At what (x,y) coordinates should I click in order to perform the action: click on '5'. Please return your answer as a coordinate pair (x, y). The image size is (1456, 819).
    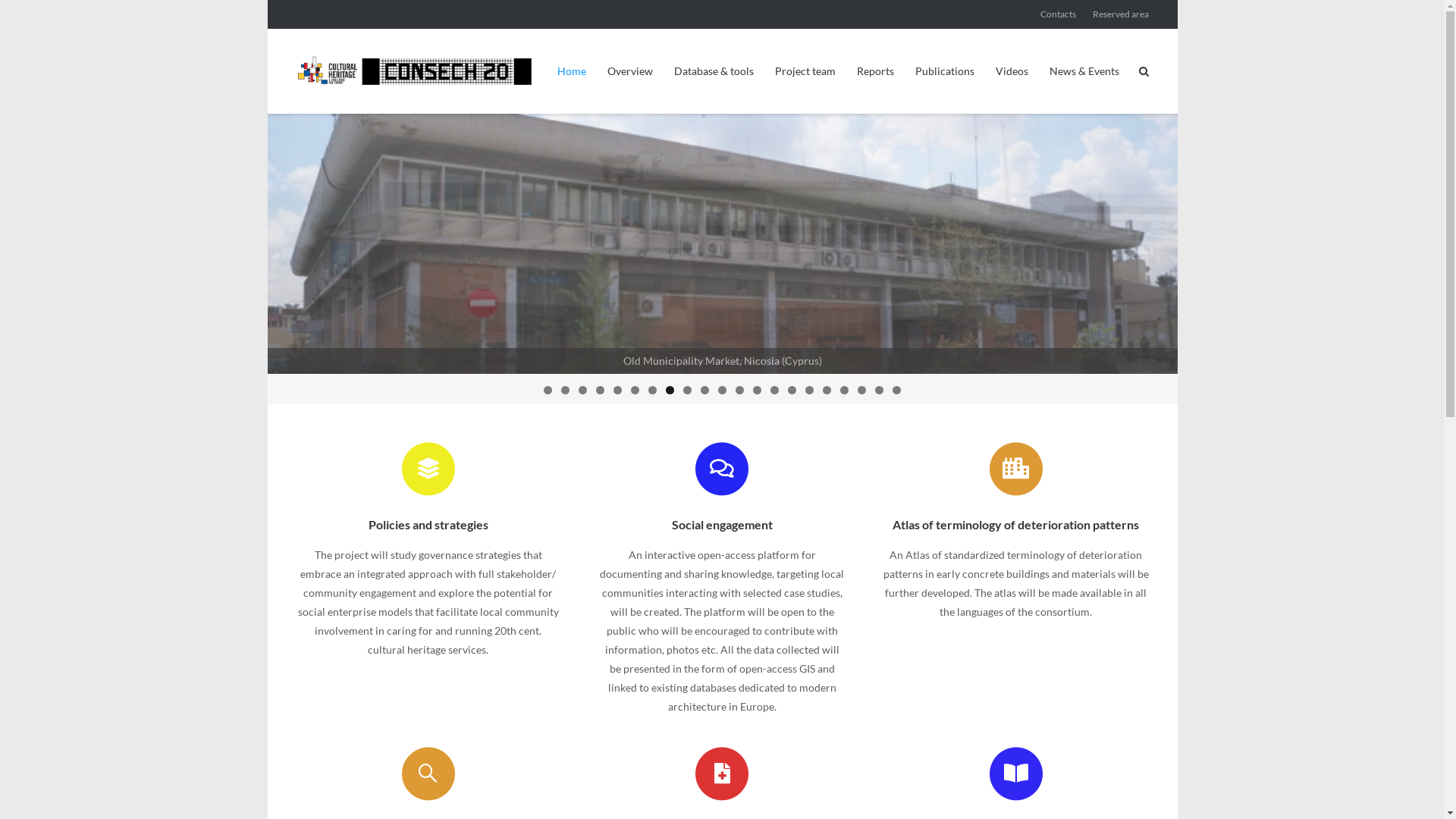
    Looking at the image, I should click on (617, 389).